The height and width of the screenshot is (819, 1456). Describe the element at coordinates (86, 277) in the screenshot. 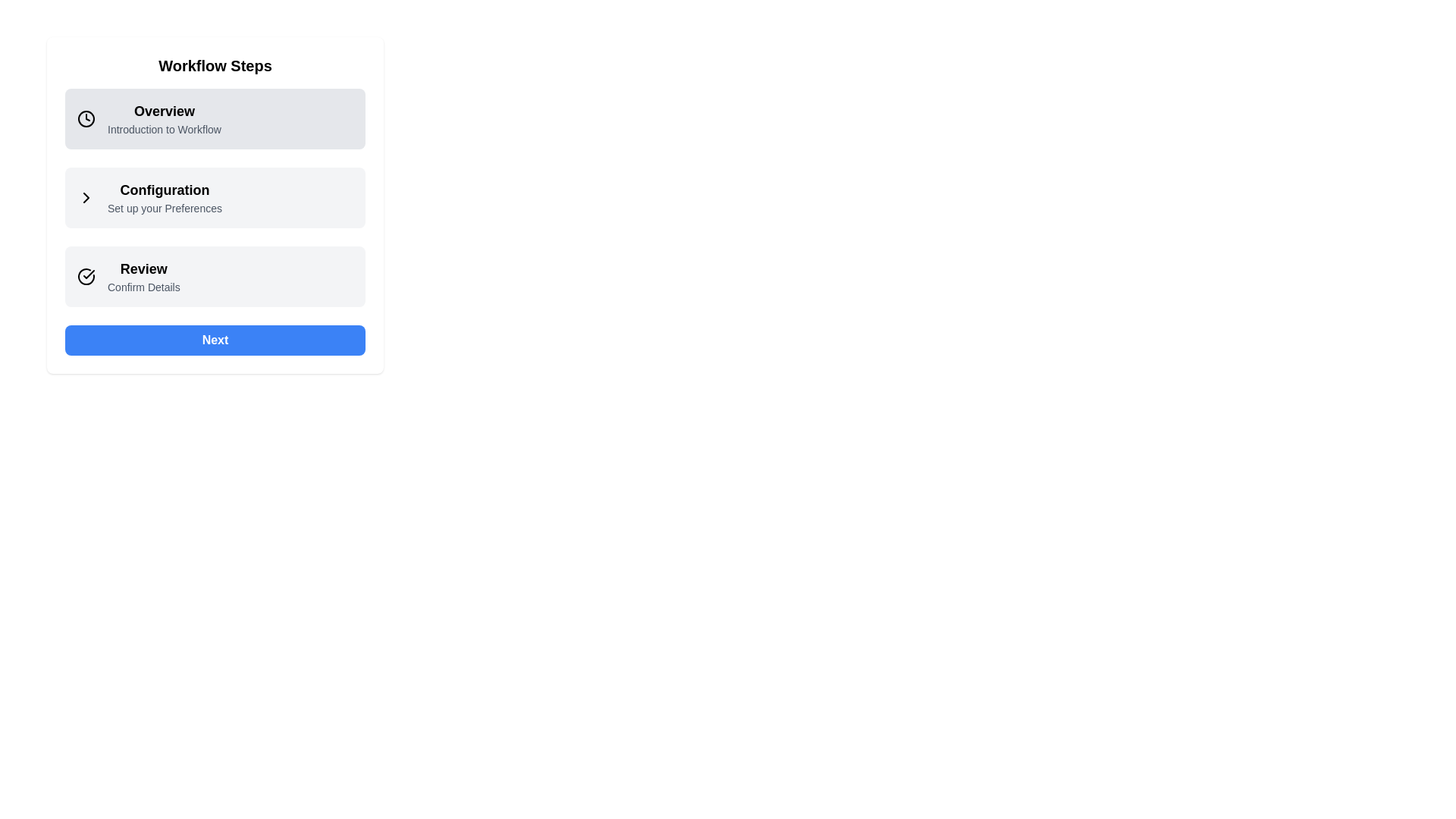

I see `the completion icon located next to the 'Review' text in the third entry of the 'Workflow Steps' list` at that location.